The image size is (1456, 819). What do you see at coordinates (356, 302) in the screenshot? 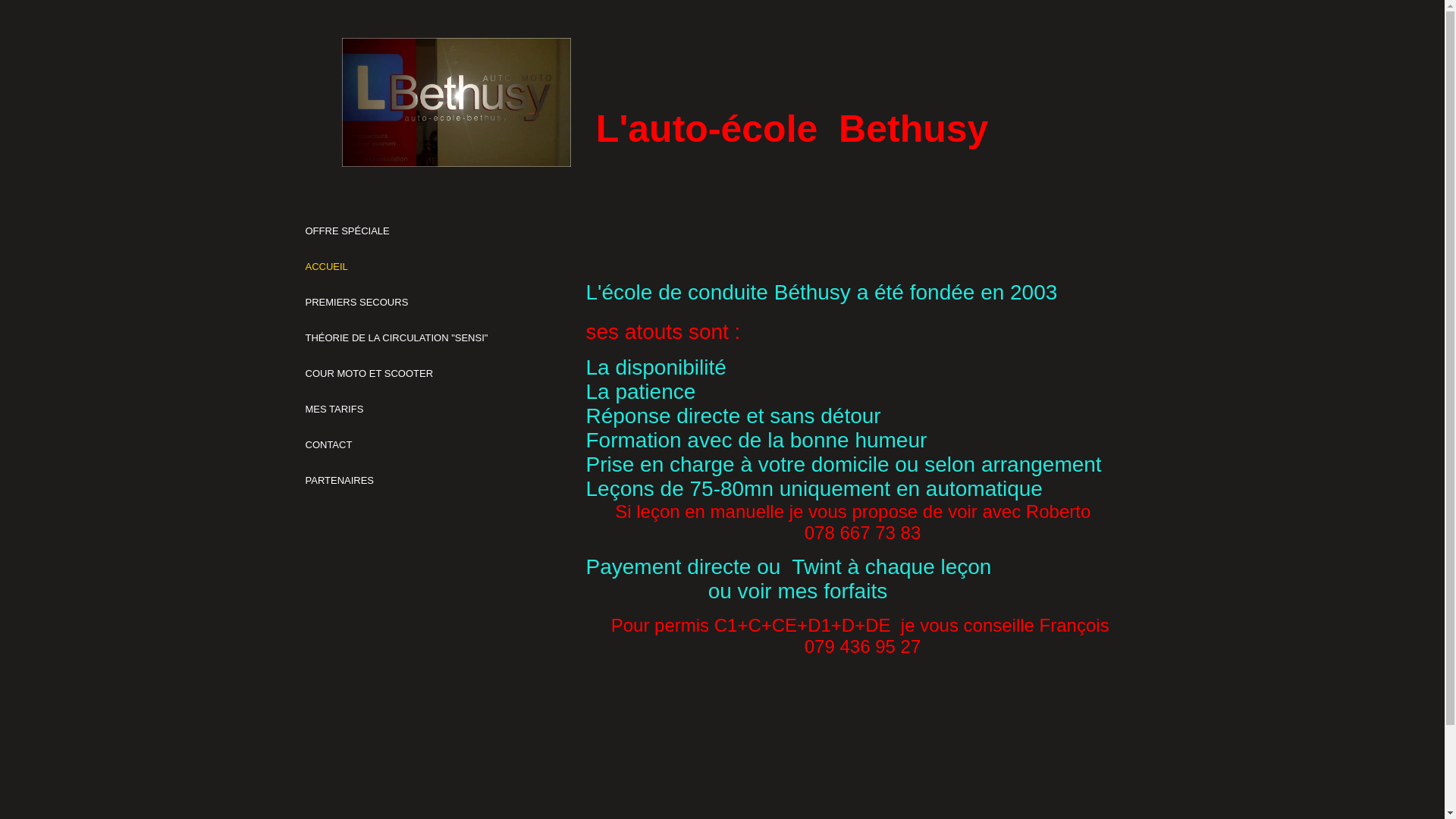
I see `'PREMIERS SECOURS'` at bounding box center [356, 302].